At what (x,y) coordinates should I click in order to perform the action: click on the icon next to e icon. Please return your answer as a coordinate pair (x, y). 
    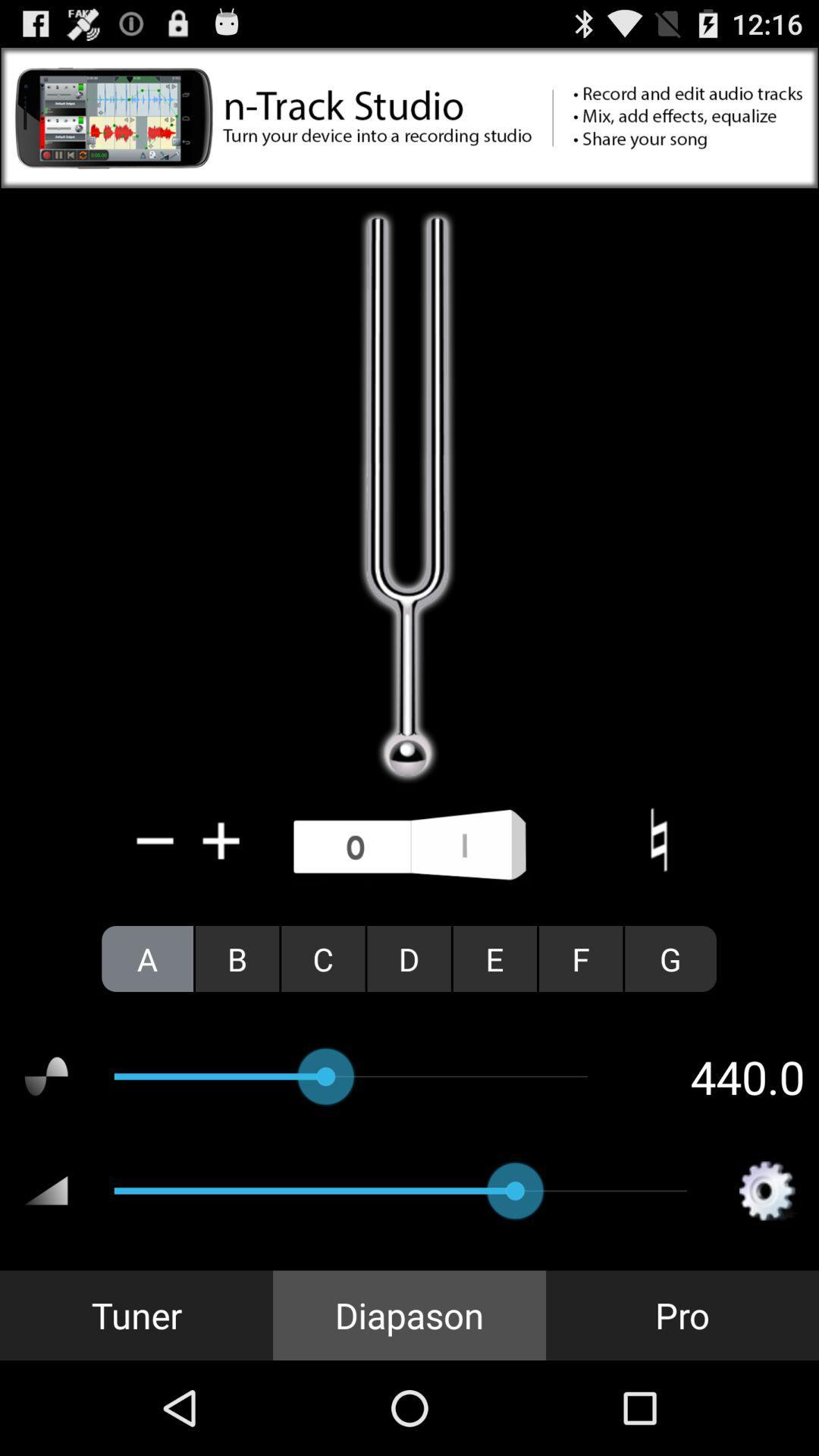
    Looking at the image, I should click on (580, 958).